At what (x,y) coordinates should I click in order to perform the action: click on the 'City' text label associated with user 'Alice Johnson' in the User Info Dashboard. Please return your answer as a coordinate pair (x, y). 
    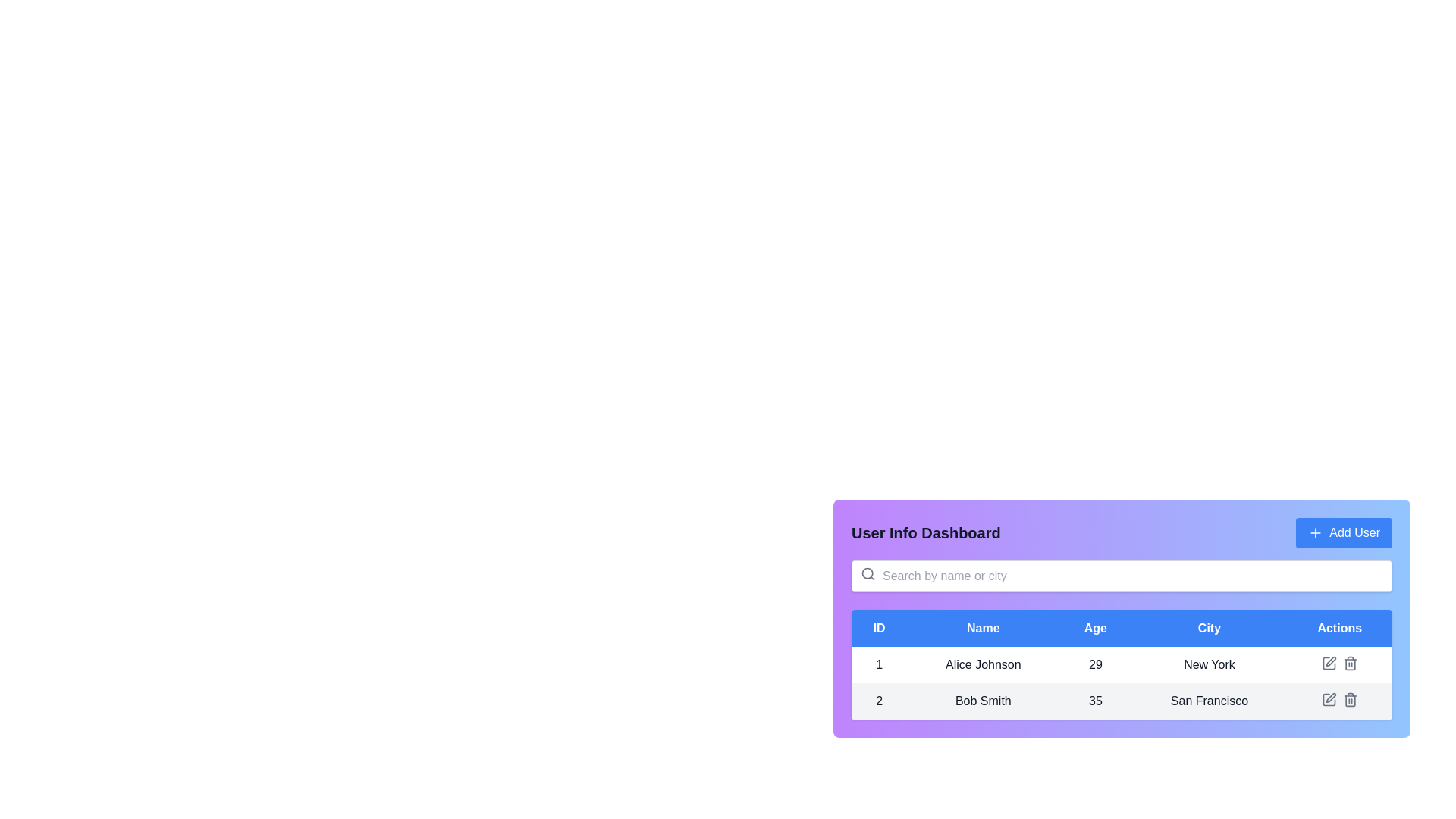
    Looking at the image, I should click on (1208, 664).